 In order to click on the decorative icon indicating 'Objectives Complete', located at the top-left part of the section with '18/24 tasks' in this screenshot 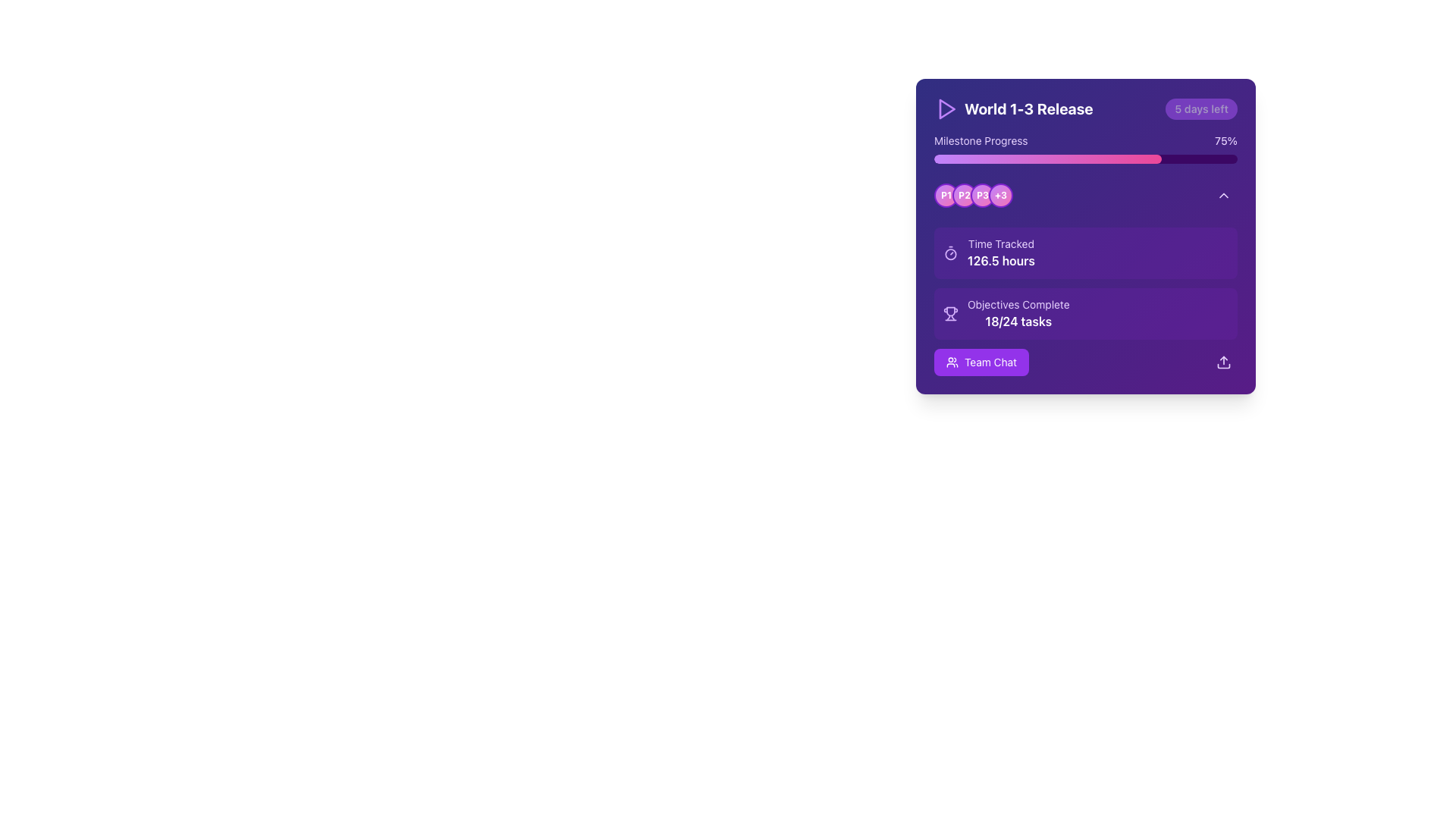, I will do `click(949, 312)`.